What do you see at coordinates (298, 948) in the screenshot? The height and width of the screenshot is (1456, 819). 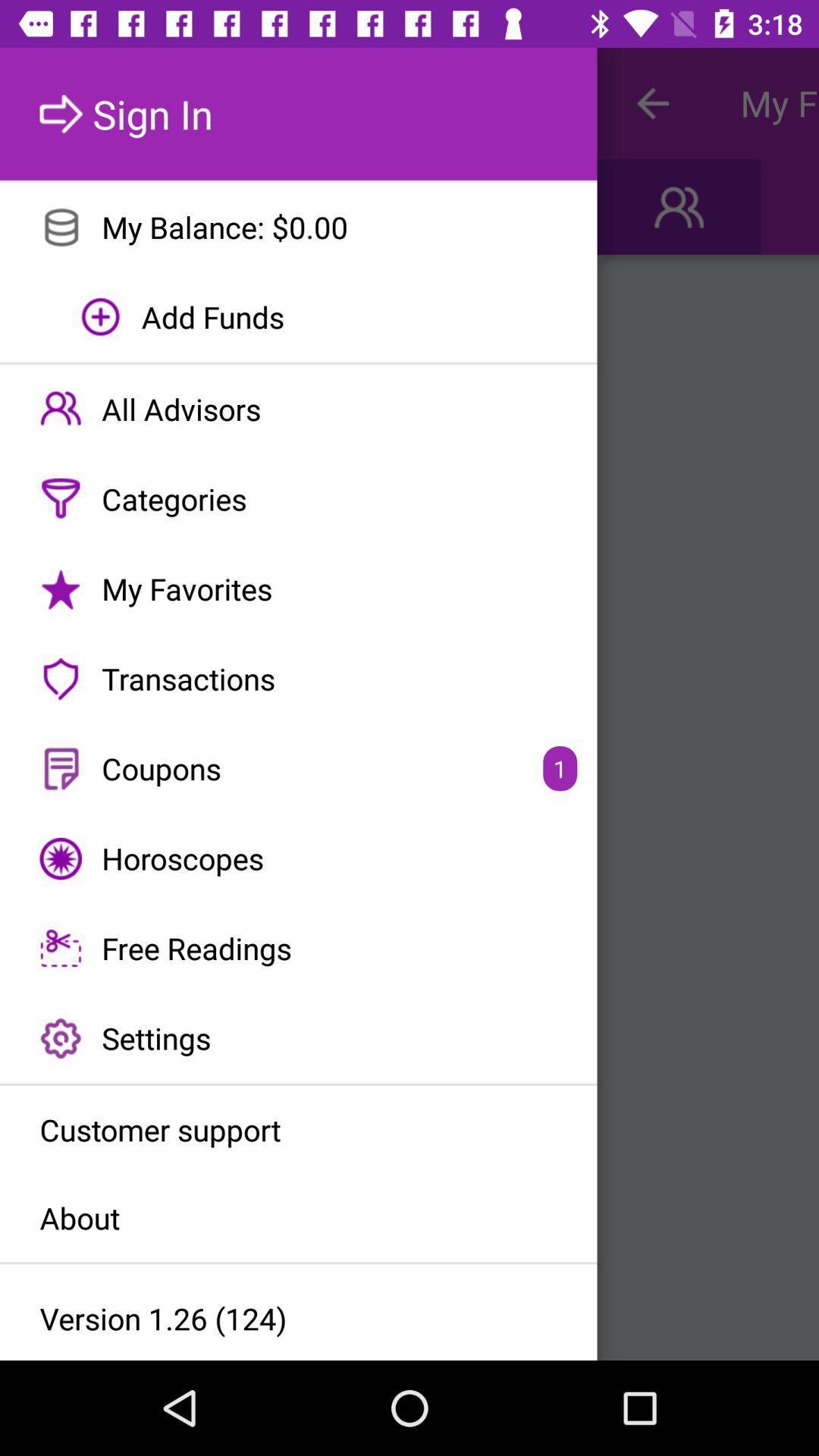 I see `item above the settings item` at bounding box center [298, 948].